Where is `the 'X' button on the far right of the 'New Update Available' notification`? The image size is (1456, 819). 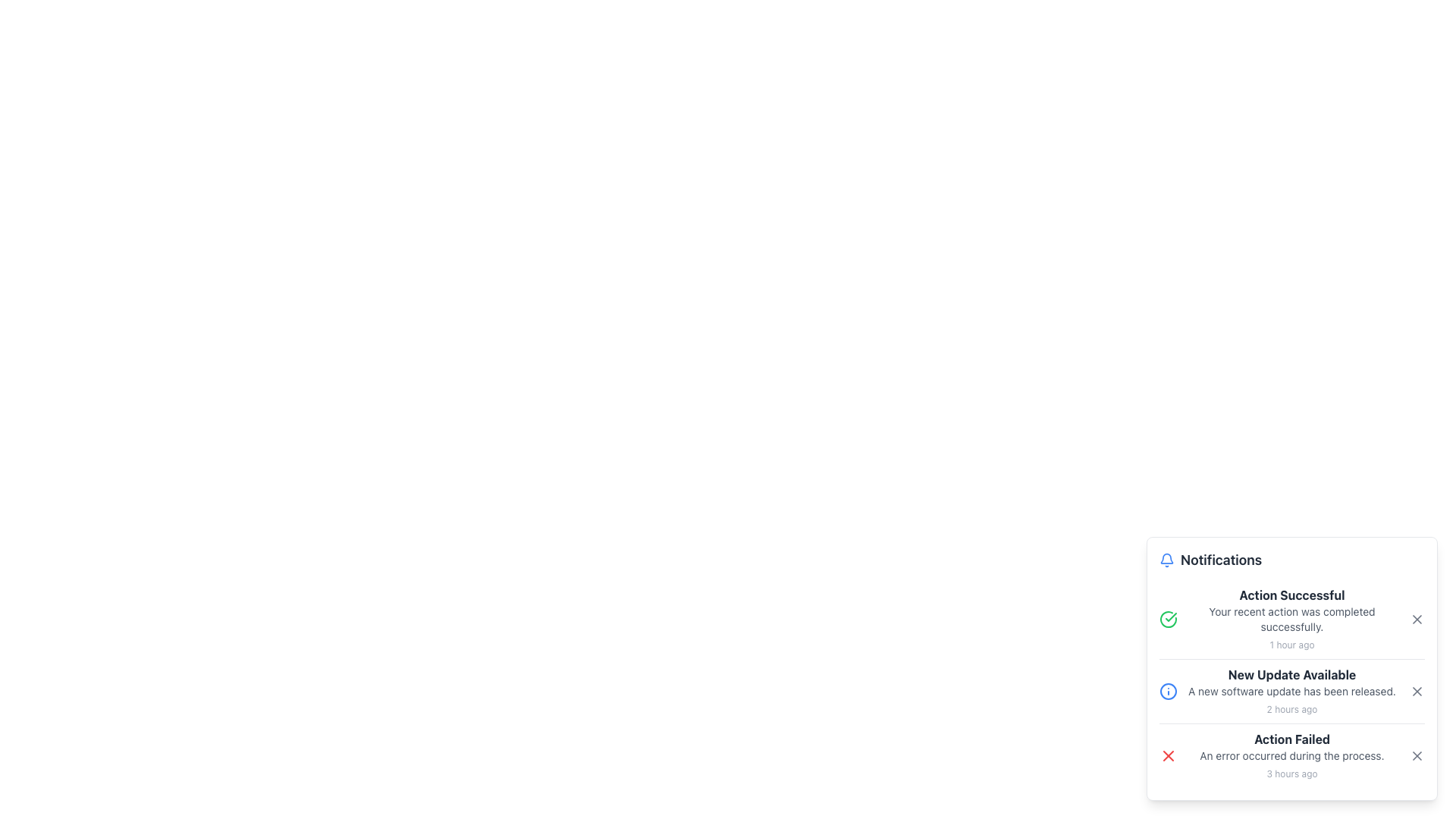
the 'X' button on the far right of the 'New Update Available' notification is located at coordinates (1416, 691).